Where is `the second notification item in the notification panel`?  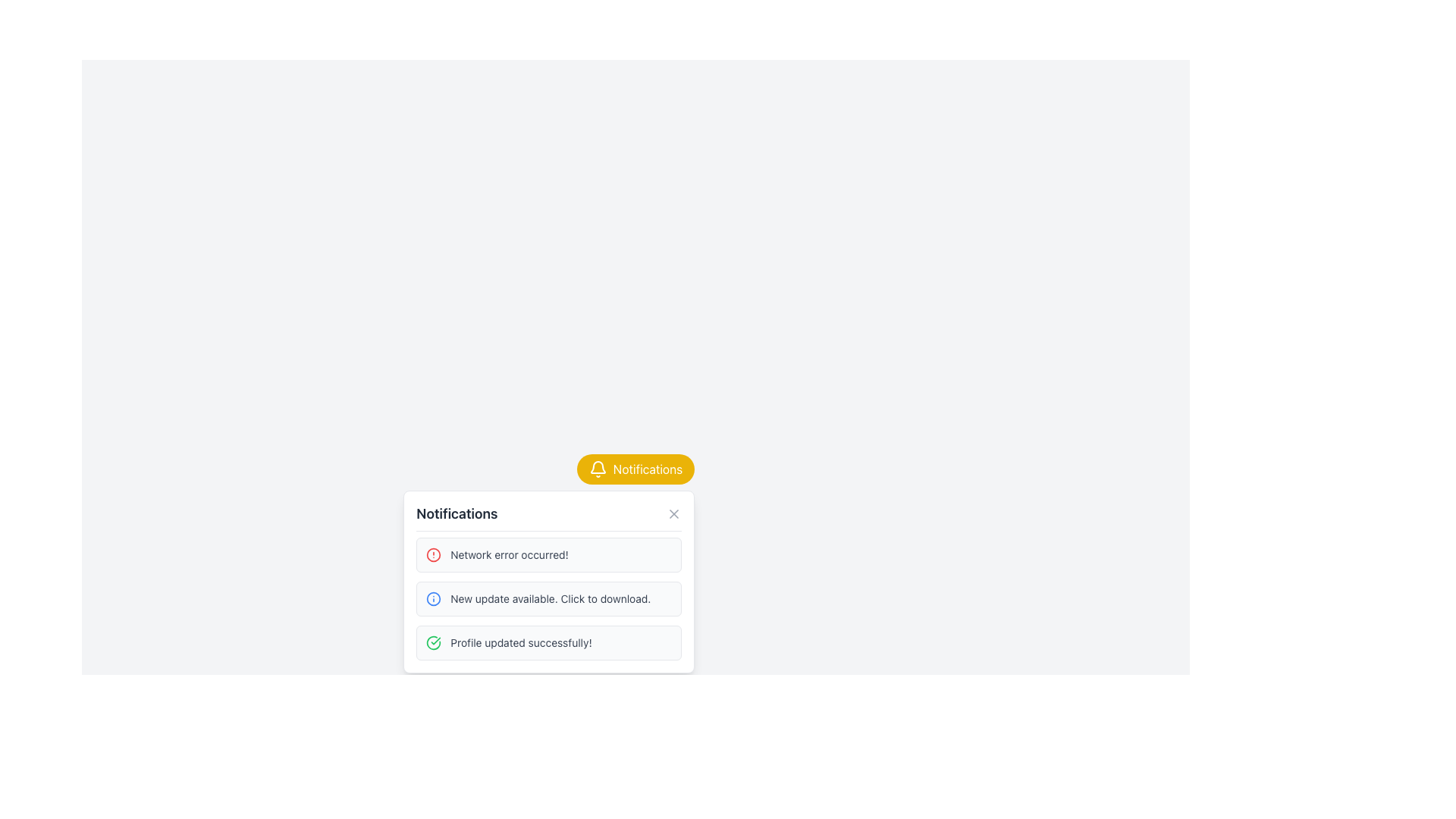
the second notification item in the notification panel is located at coordinates (548, 598).